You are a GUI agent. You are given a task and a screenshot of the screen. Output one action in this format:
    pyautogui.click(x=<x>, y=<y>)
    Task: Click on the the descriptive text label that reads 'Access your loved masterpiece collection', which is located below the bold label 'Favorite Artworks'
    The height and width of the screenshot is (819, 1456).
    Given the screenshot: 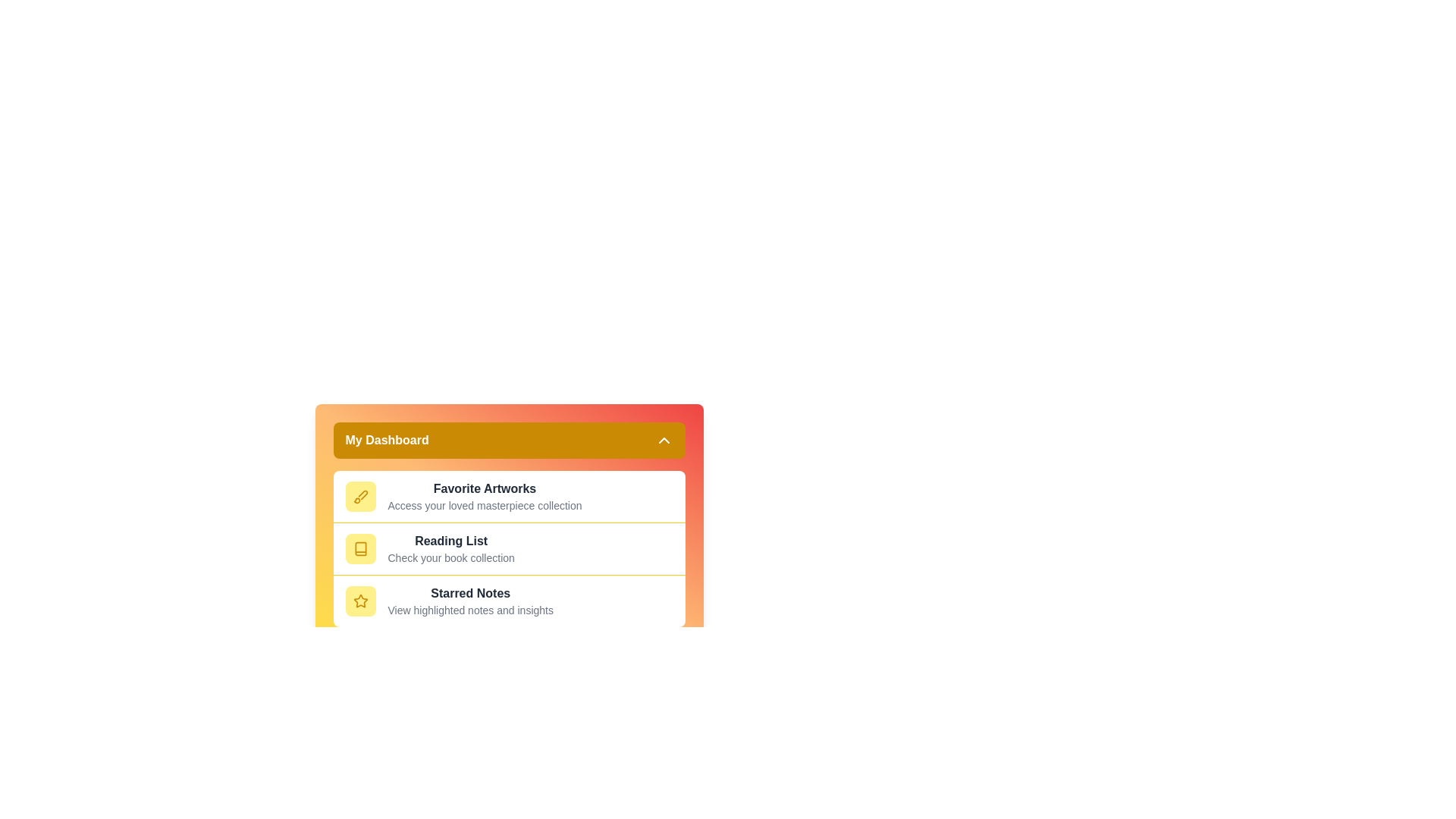 What is the action you would take?
    pyautogui.click(x=484, y=506)
    